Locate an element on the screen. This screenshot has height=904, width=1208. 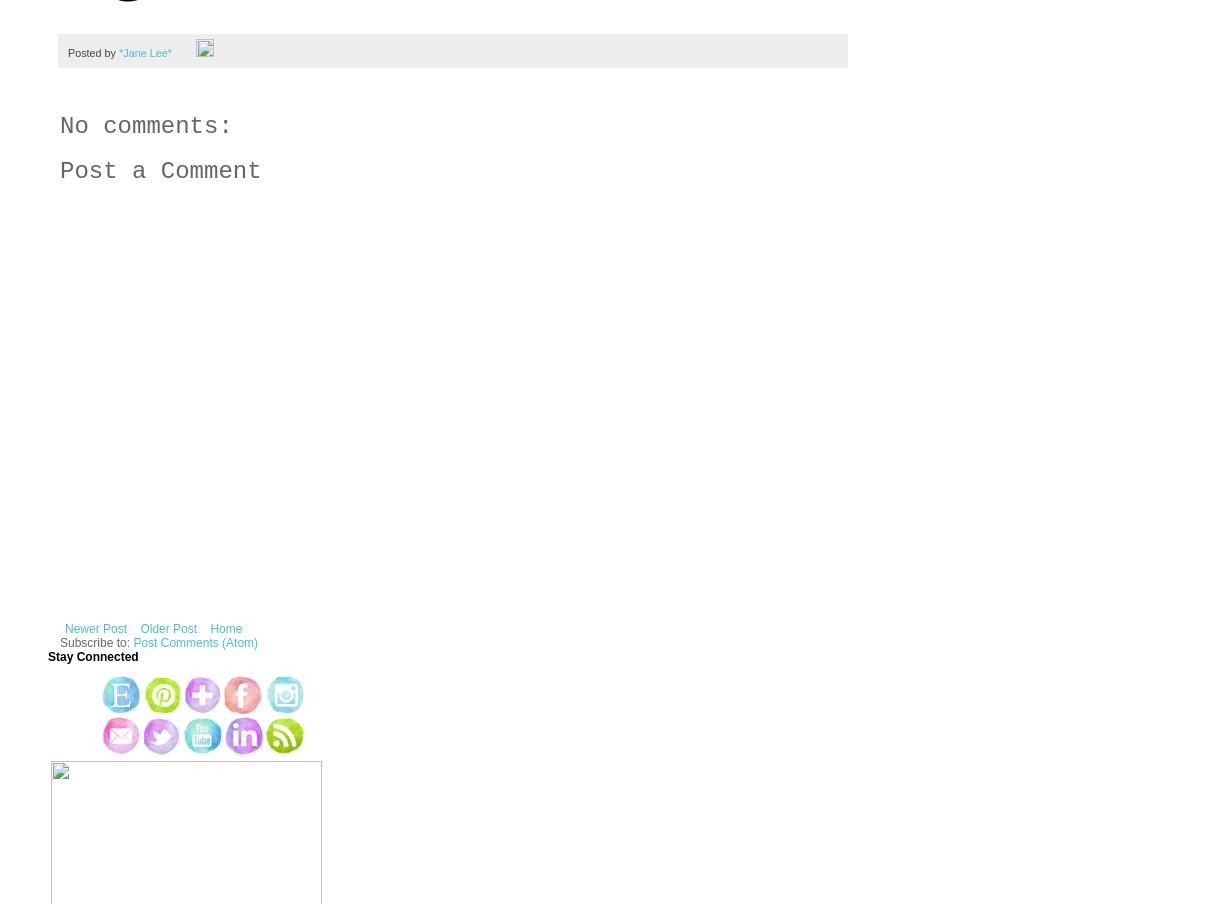
'*Jane Lee*' is located at coordinates (143, 50).